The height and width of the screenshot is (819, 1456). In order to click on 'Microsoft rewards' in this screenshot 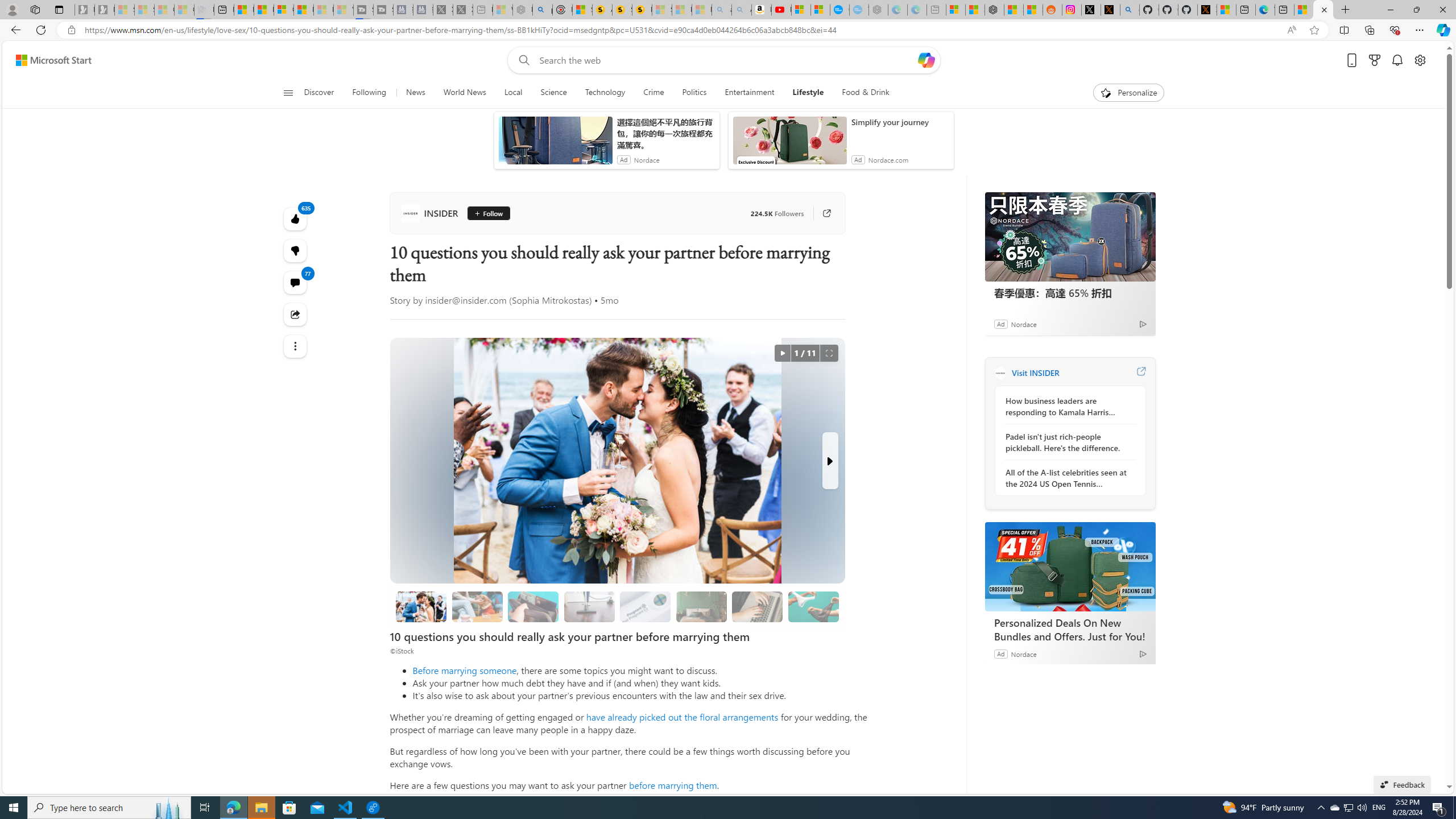, I will do `click(1374, 60)`.